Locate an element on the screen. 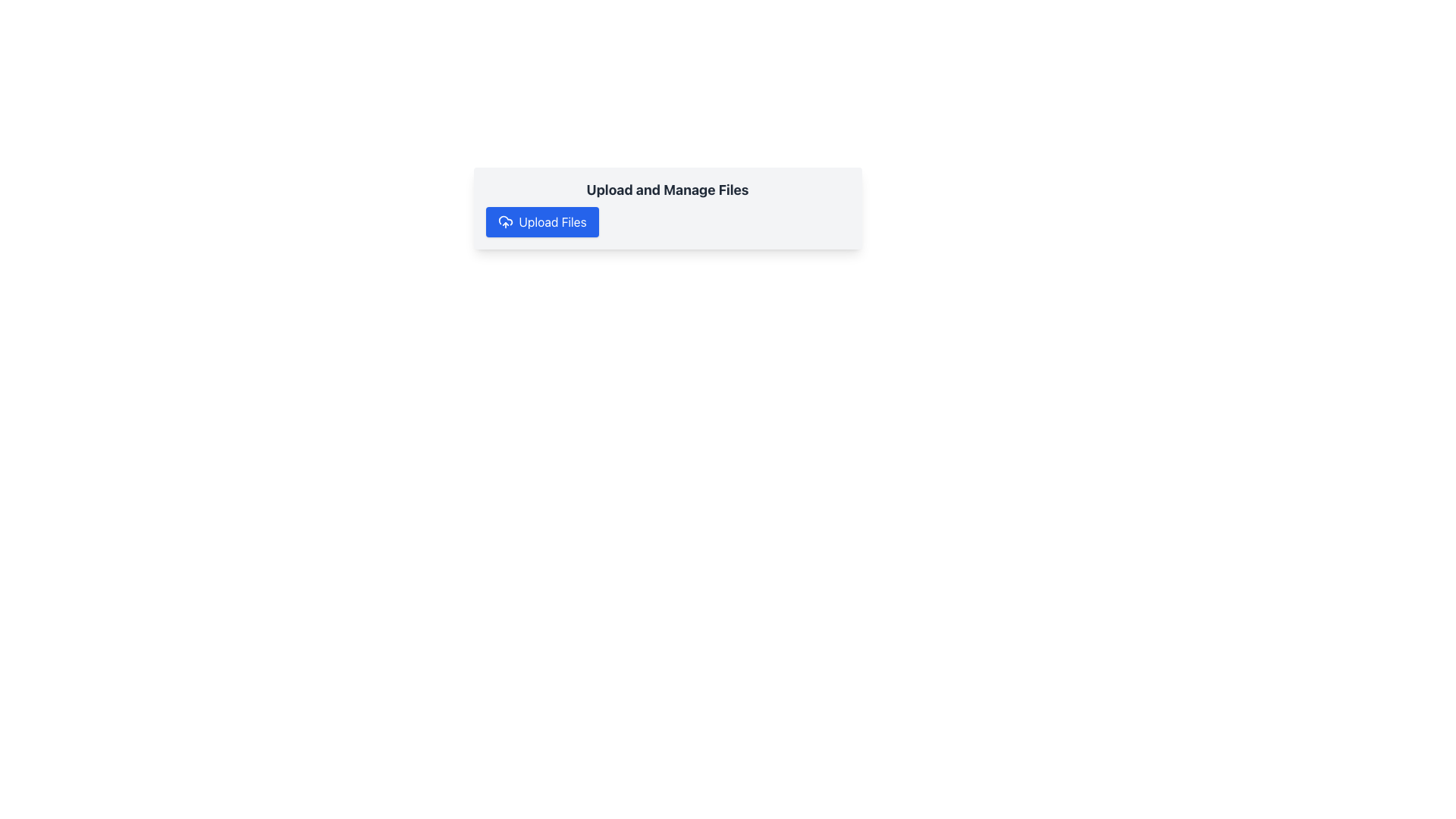  the 'Upload Files' button with a blue background and white text for accessibility is located at coordinates (542, 222).